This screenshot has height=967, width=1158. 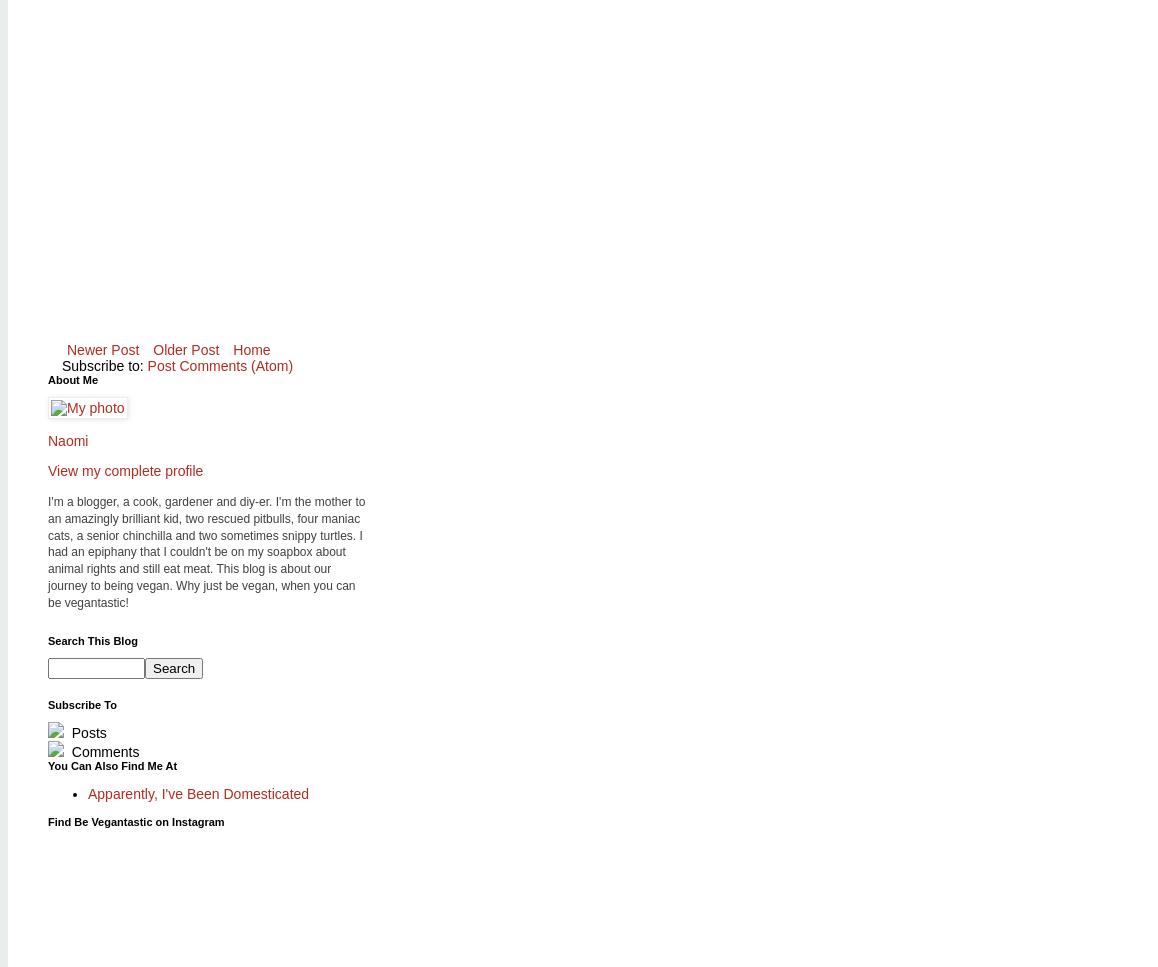 I want to click on 'Apparently, I've Been Domesticated', so click(x=198, y=792).